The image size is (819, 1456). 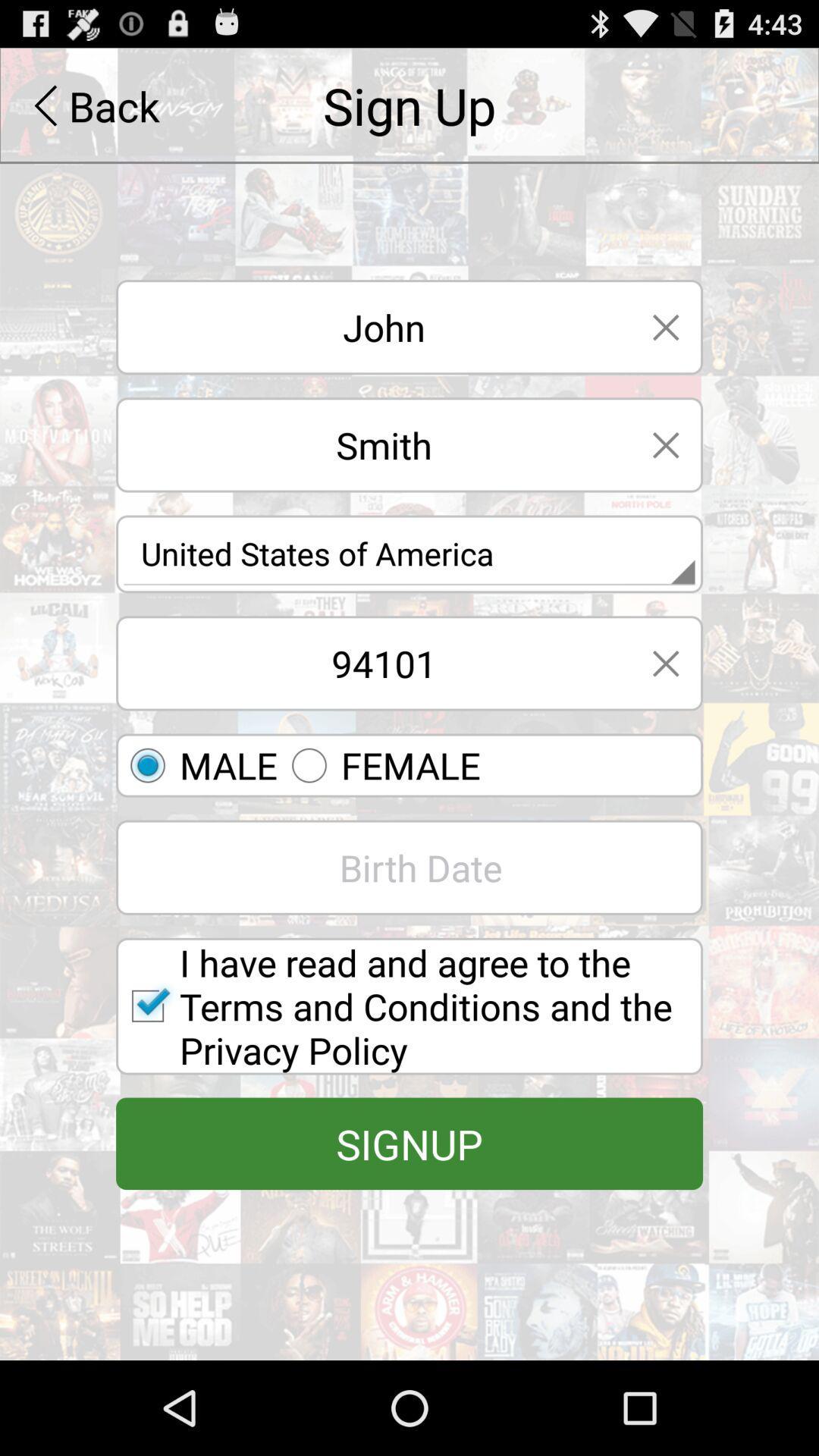 I want to click on birth date field, so click(x=409, y=868).